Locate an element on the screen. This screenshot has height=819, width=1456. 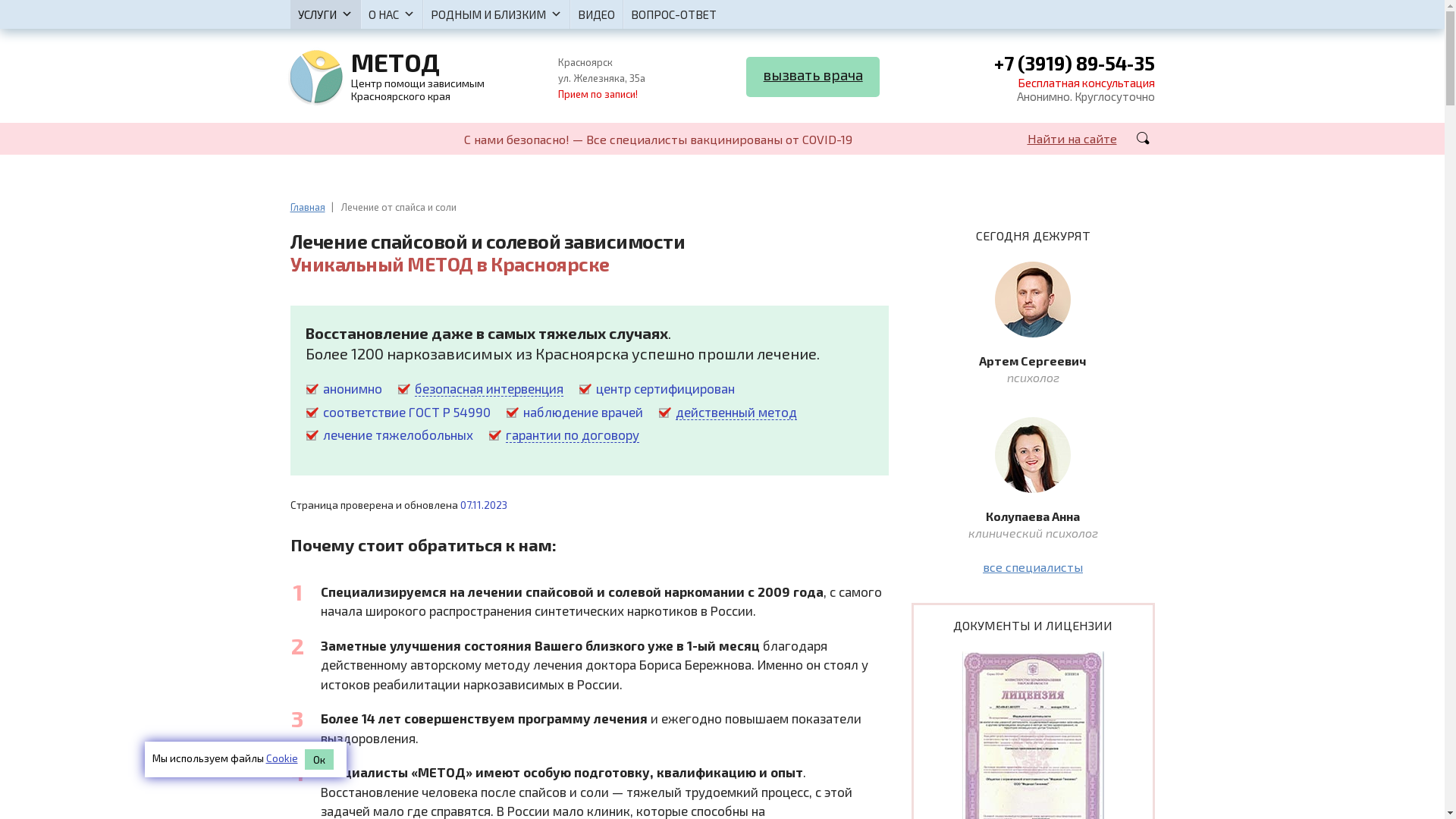
'Cookie' is located at coordinates (265, 758).